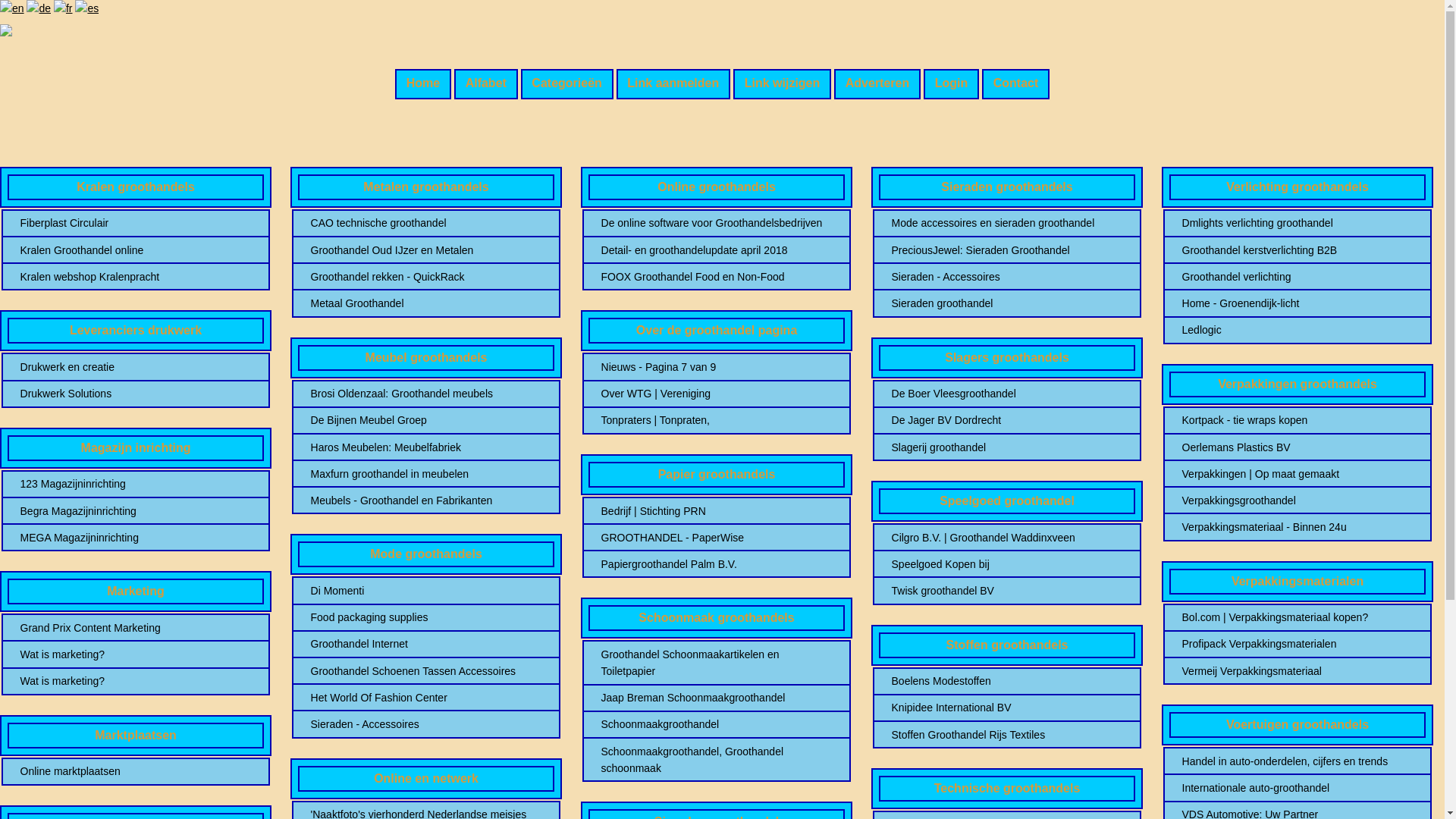 The width and height of the screenshot is (1456, 819). I want to click on 'MEGA Magazijninrichting', so click(136, 537).